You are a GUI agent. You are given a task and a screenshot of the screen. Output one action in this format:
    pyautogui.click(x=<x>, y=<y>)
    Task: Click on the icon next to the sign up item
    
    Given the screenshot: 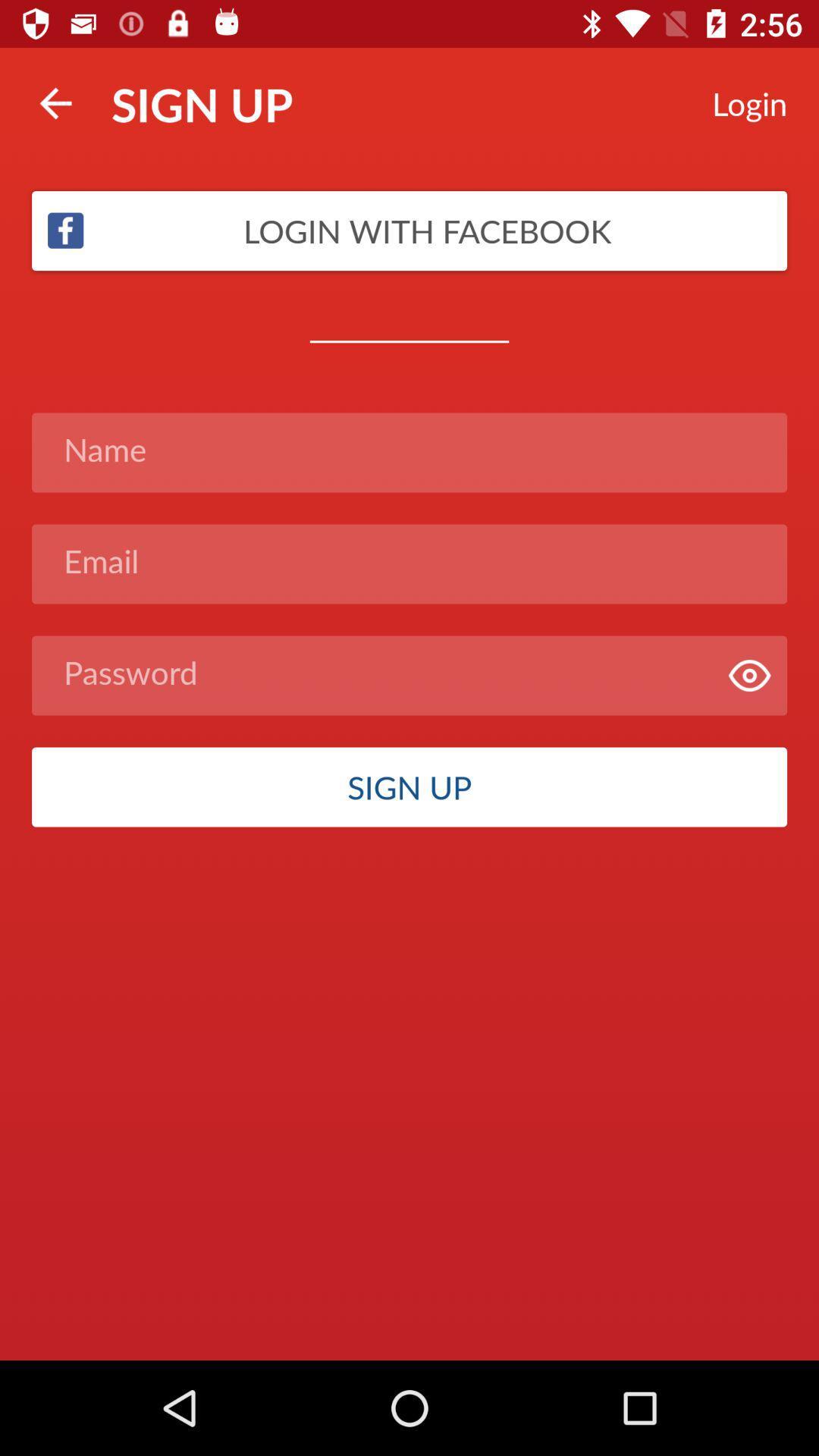 What is the action you would take?
    pyautogui.click(x=55, y=102)
    